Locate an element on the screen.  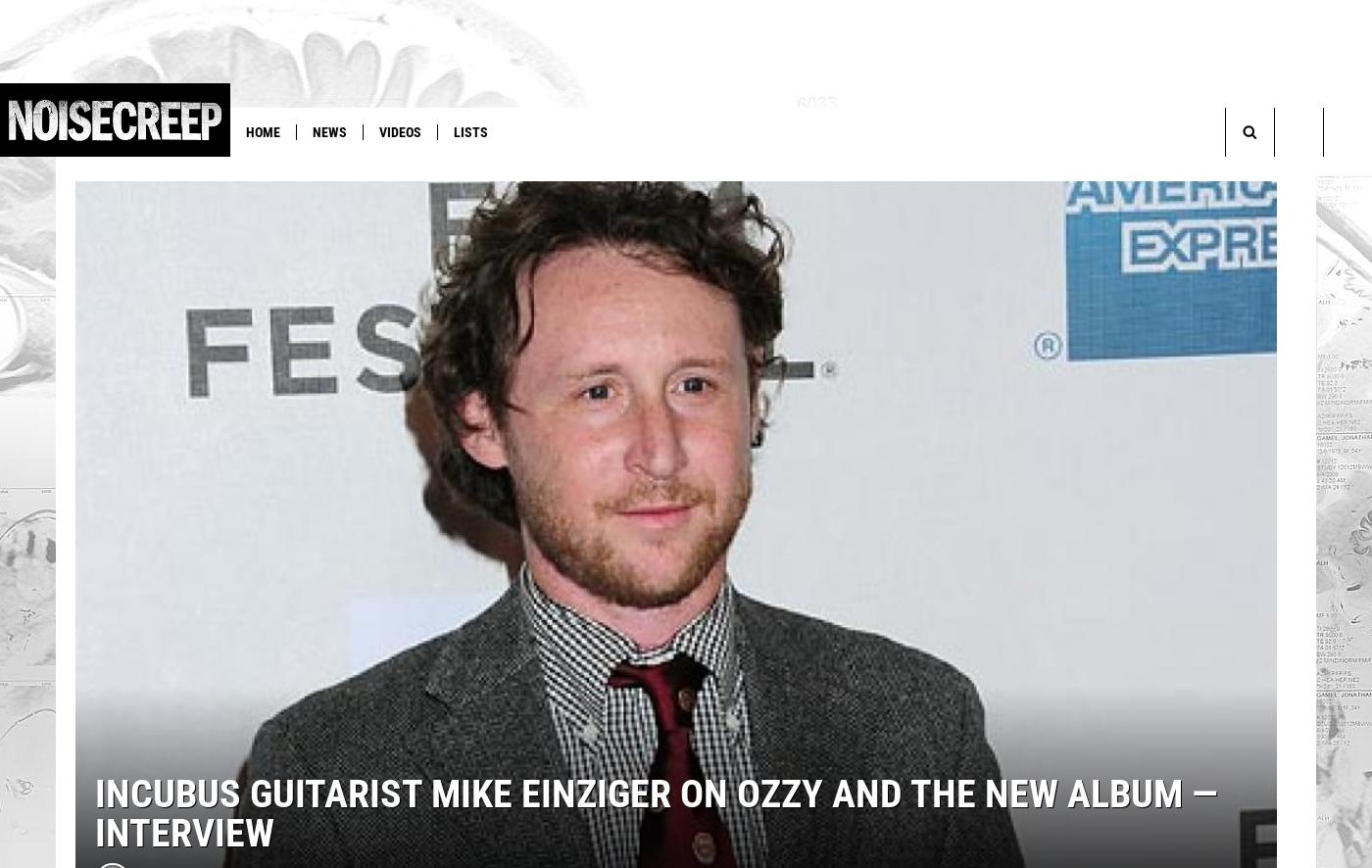
'Megadeth' is located at coordinates (399, 170).